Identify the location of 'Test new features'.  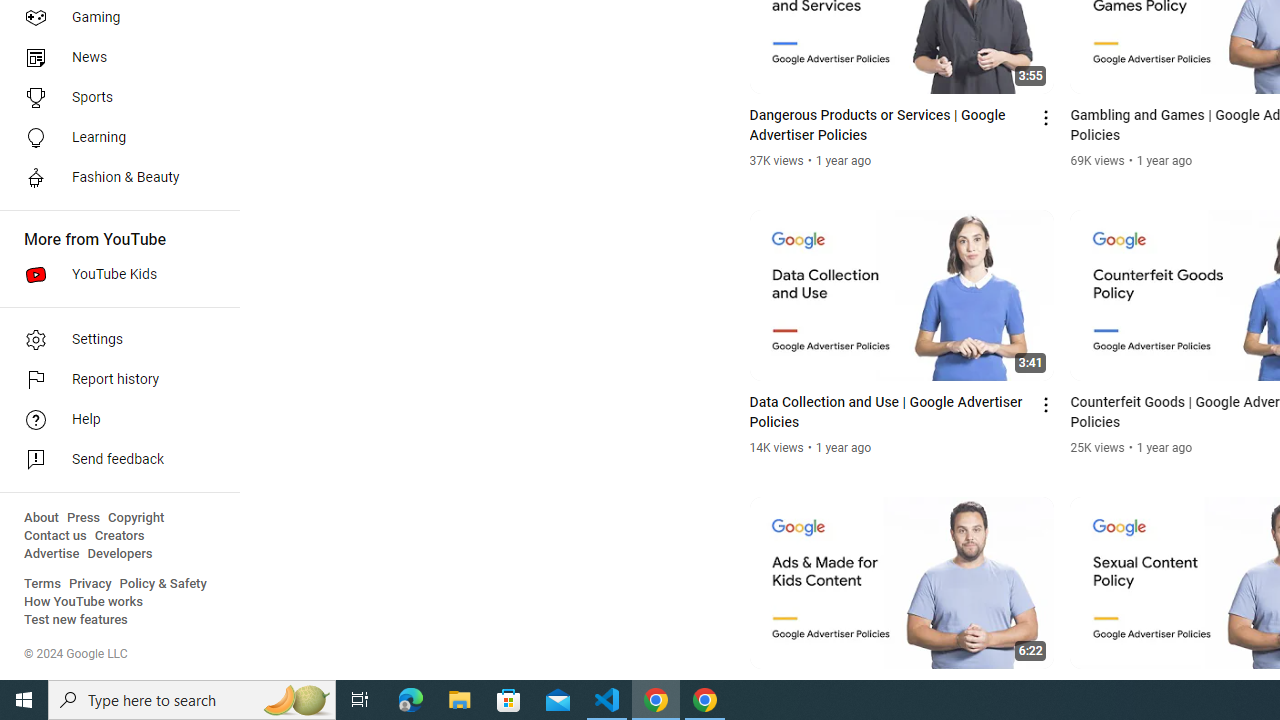
(76, 619).